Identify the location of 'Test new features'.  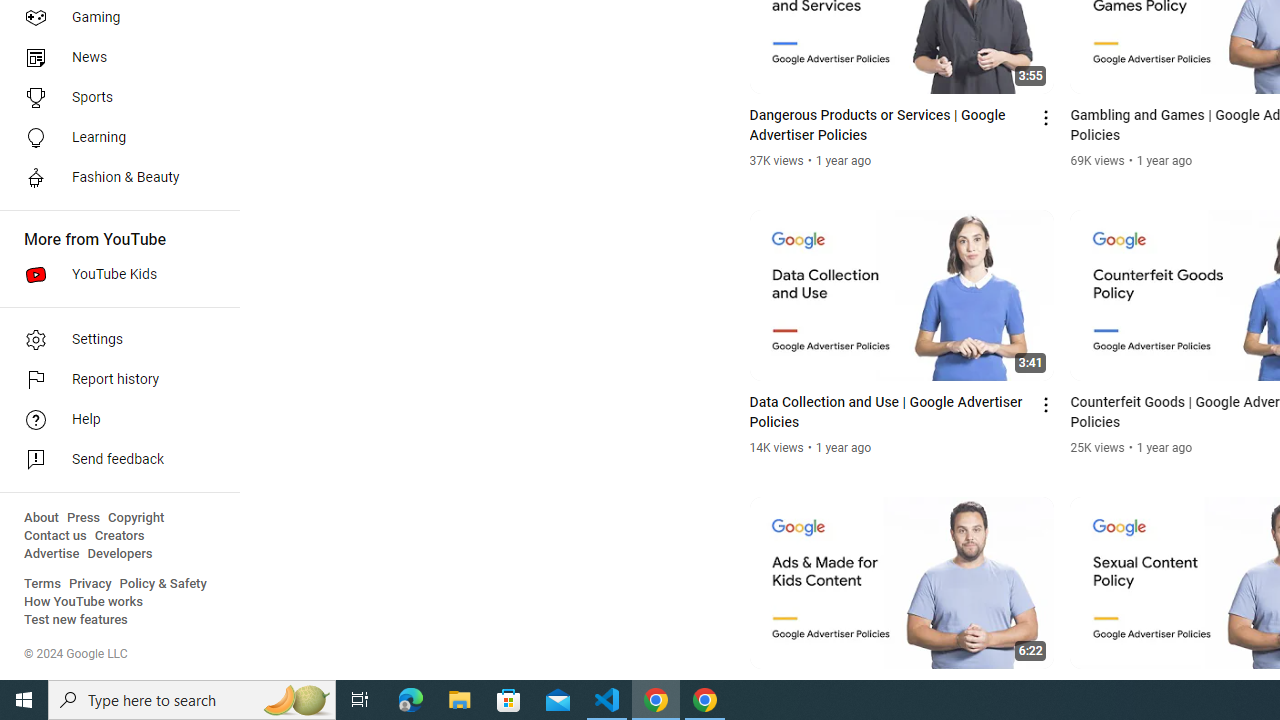
(76, 619).